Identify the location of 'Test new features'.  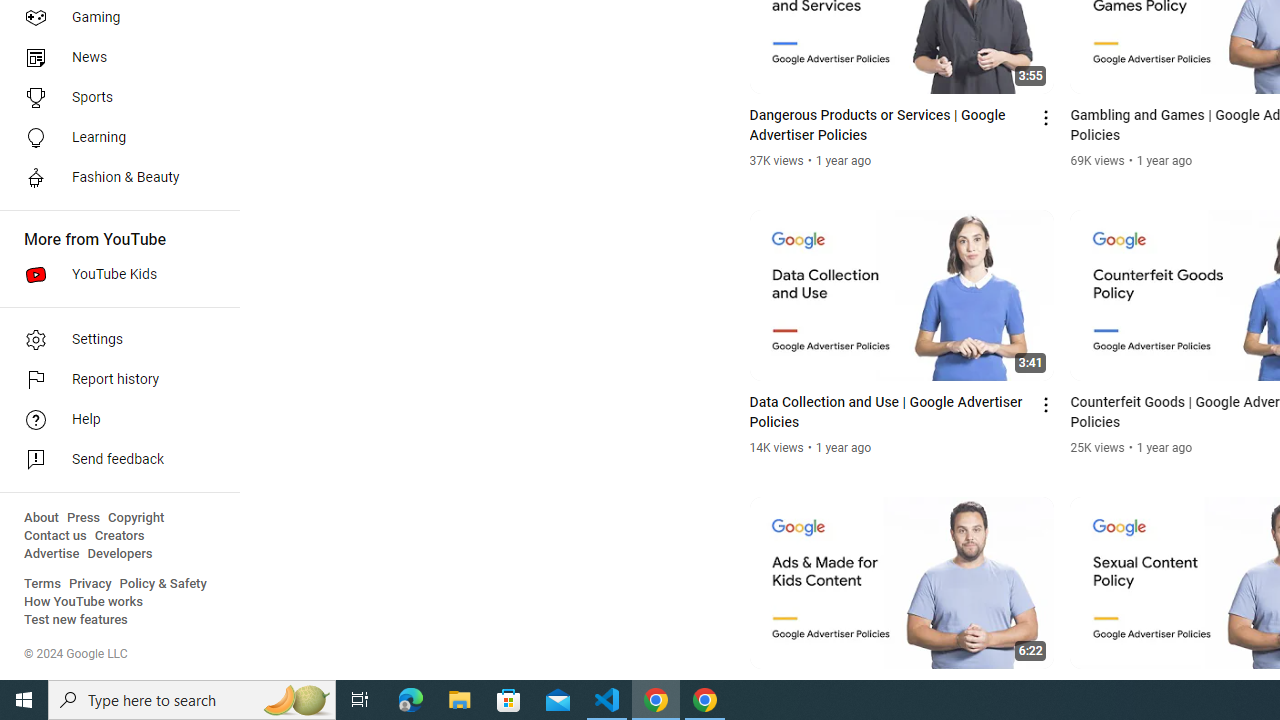
(76, 619).